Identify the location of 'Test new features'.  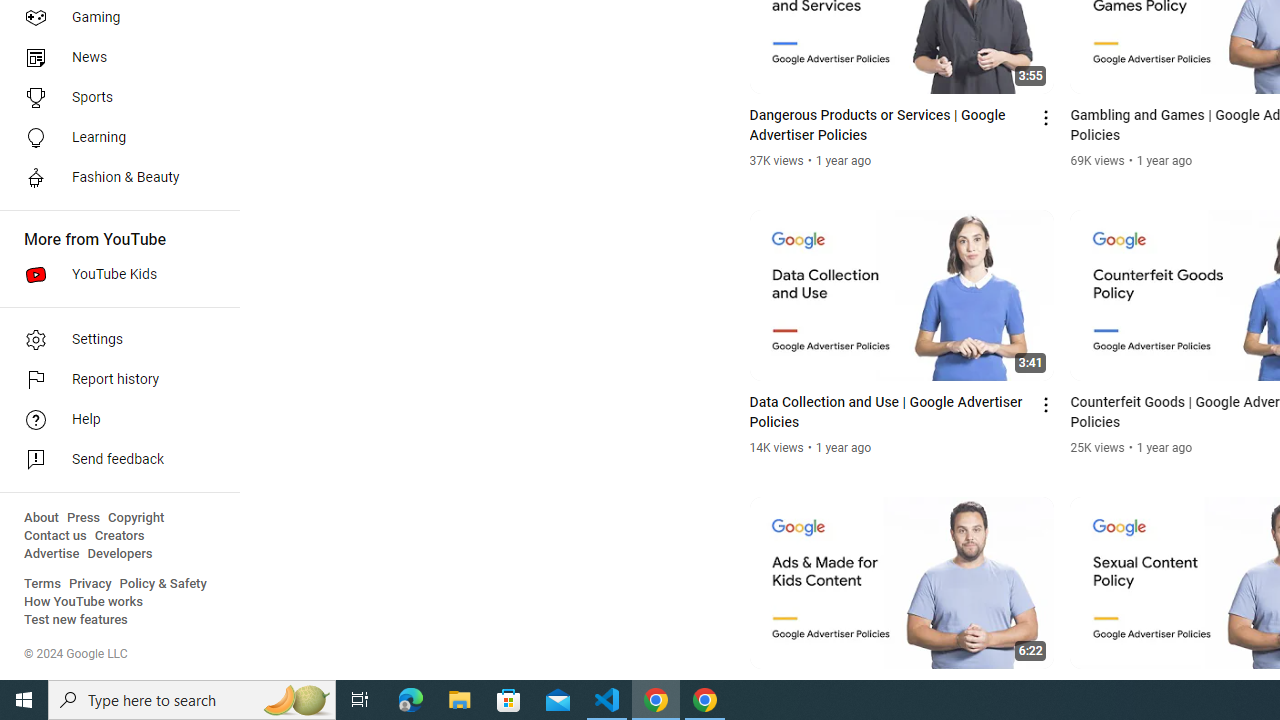
(76, 619).